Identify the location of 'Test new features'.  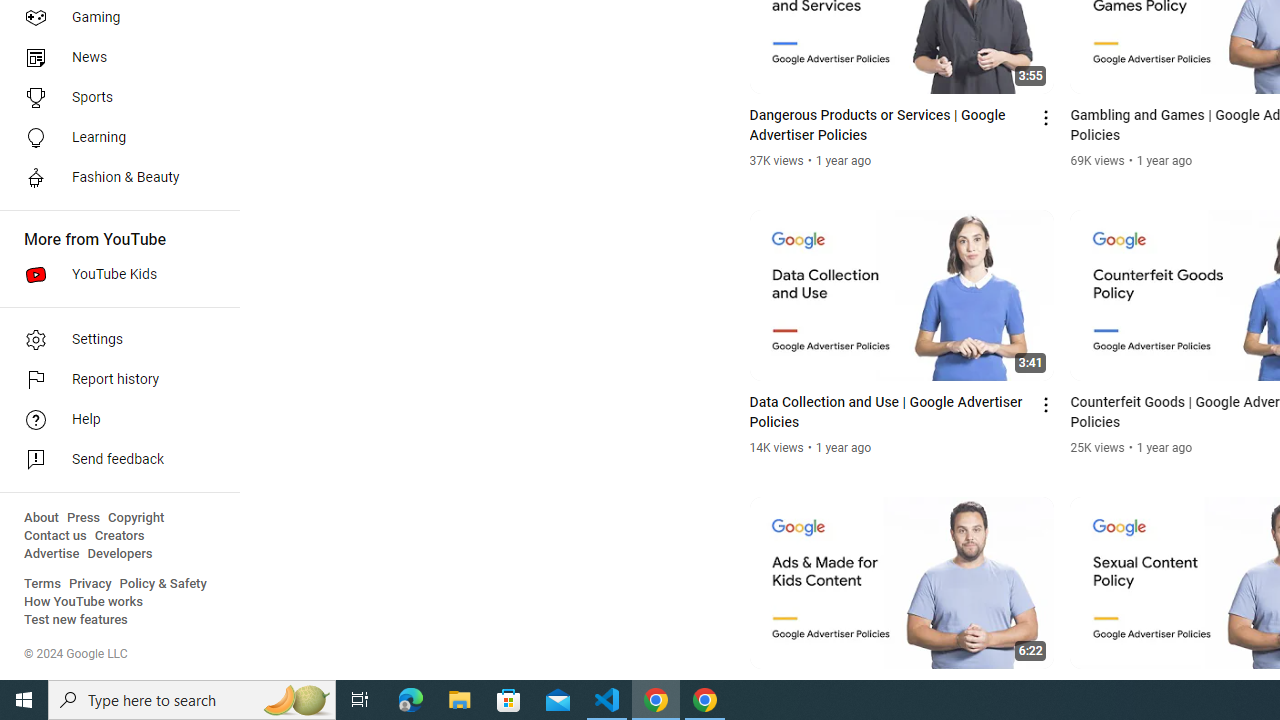
(76, 619).